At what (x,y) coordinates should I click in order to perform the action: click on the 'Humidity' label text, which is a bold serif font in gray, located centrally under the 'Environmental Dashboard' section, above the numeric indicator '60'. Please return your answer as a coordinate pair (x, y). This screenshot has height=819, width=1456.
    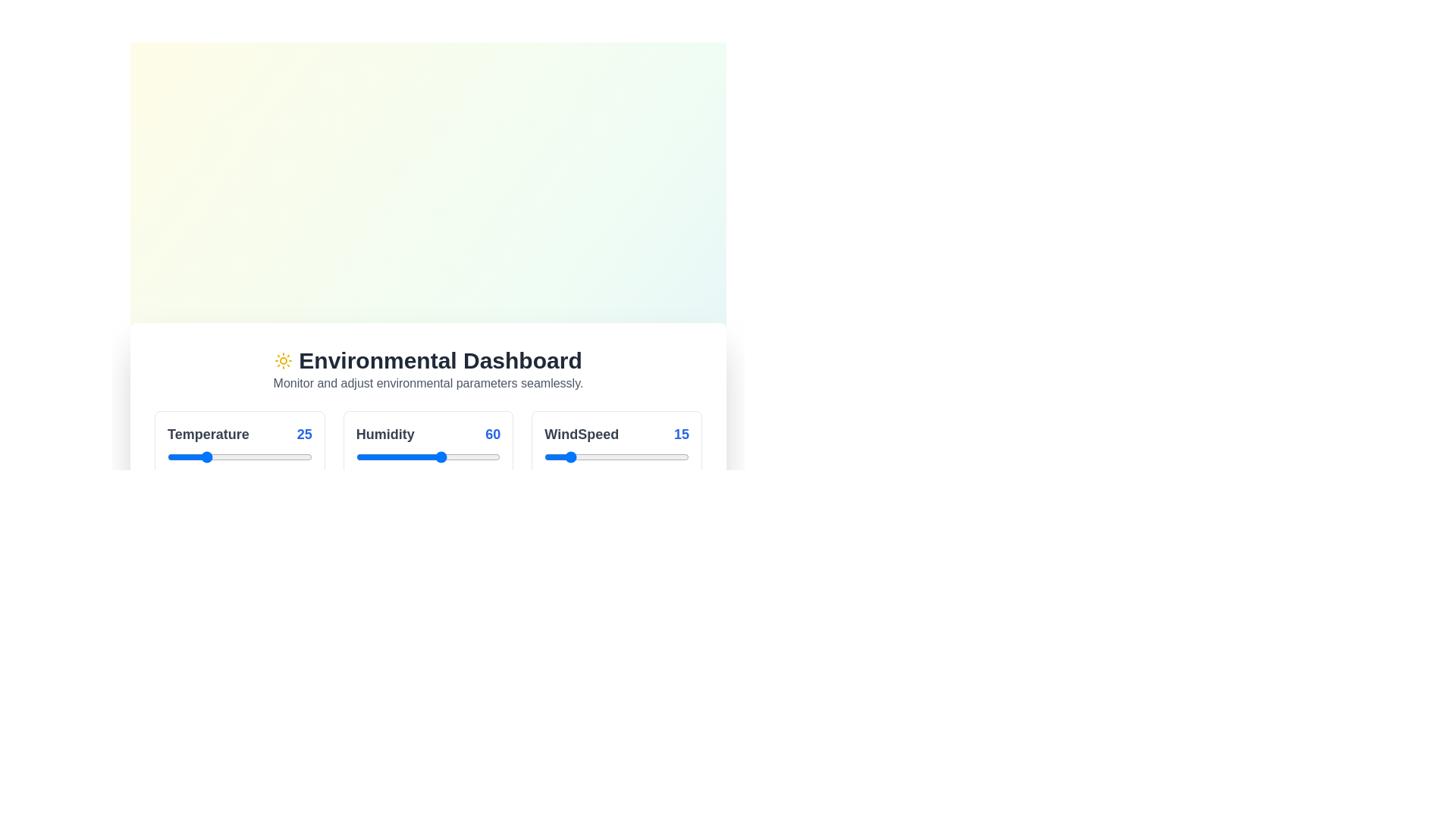
    Looking at the image, I should click on (385, 434).